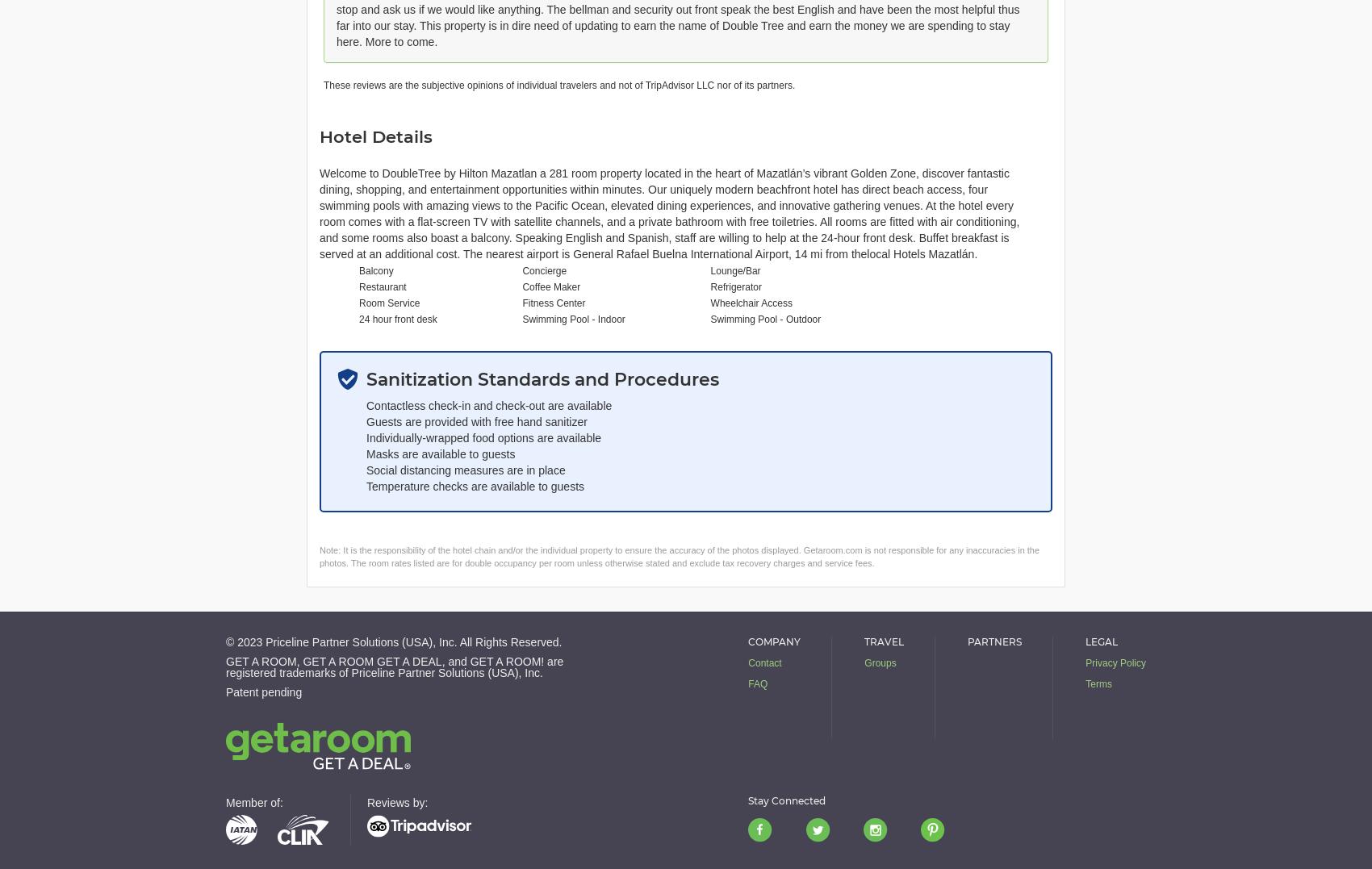  Describe the element at coordinates (396, 801) in the screenshot. I see `'Reviews by:'` at that location.